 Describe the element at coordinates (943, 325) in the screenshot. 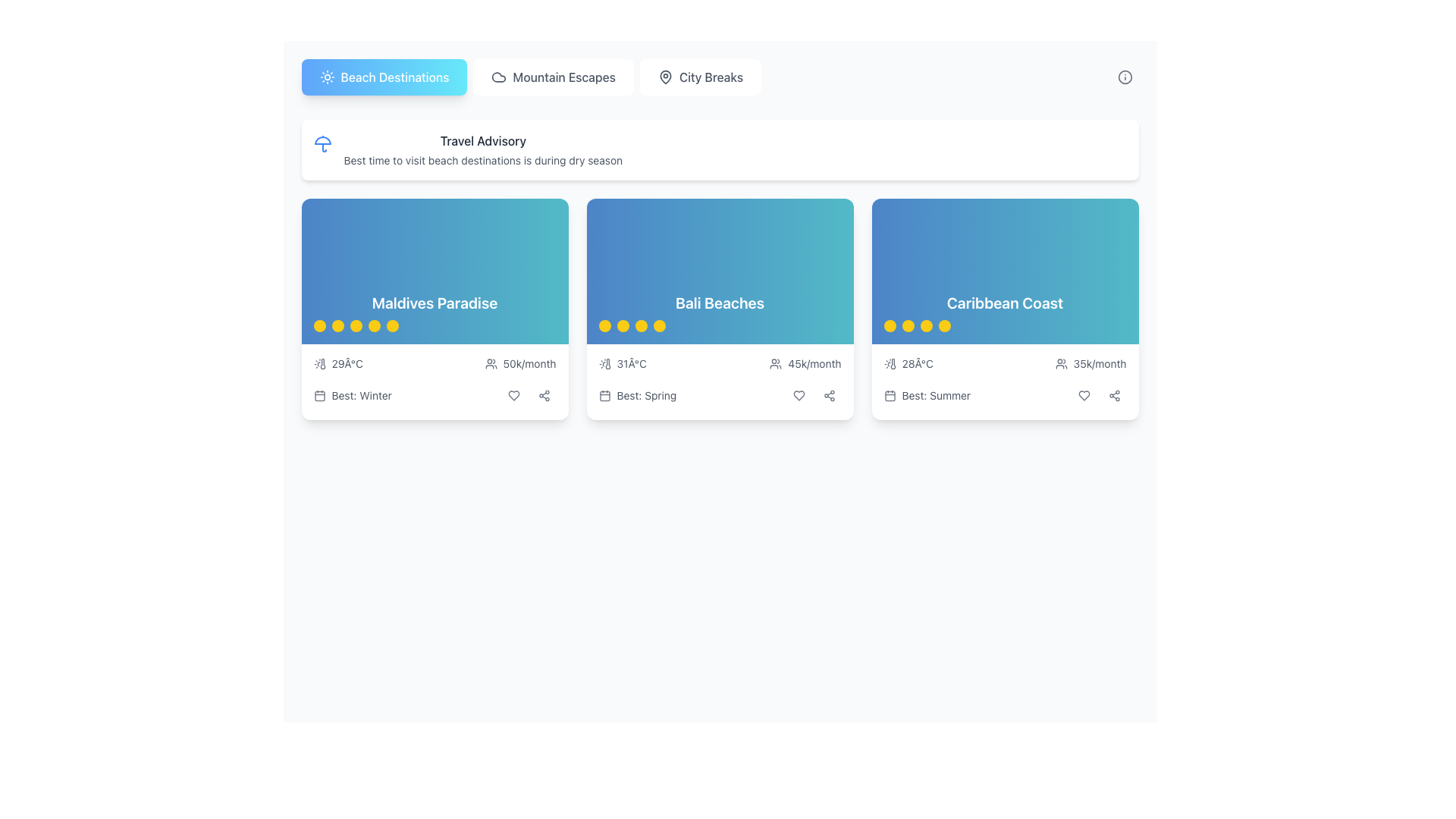

I see `the fourth circular yellow icon in the 'Caribbean Coast' section` at that location.